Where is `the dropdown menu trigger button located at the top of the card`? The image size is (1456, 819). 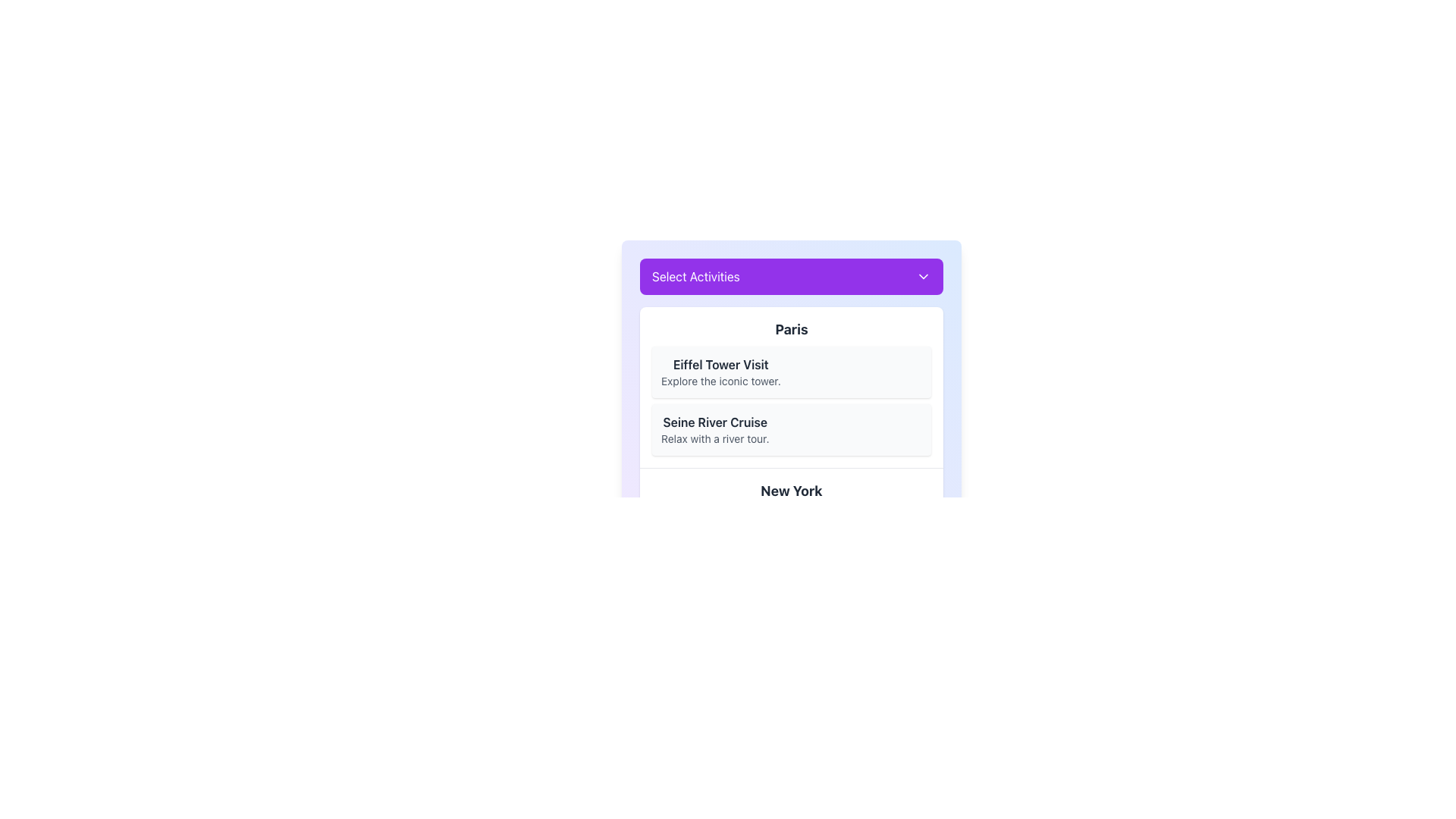
the dropdown menu trigger button located at the top of the card is located at coordinates (790, 277).